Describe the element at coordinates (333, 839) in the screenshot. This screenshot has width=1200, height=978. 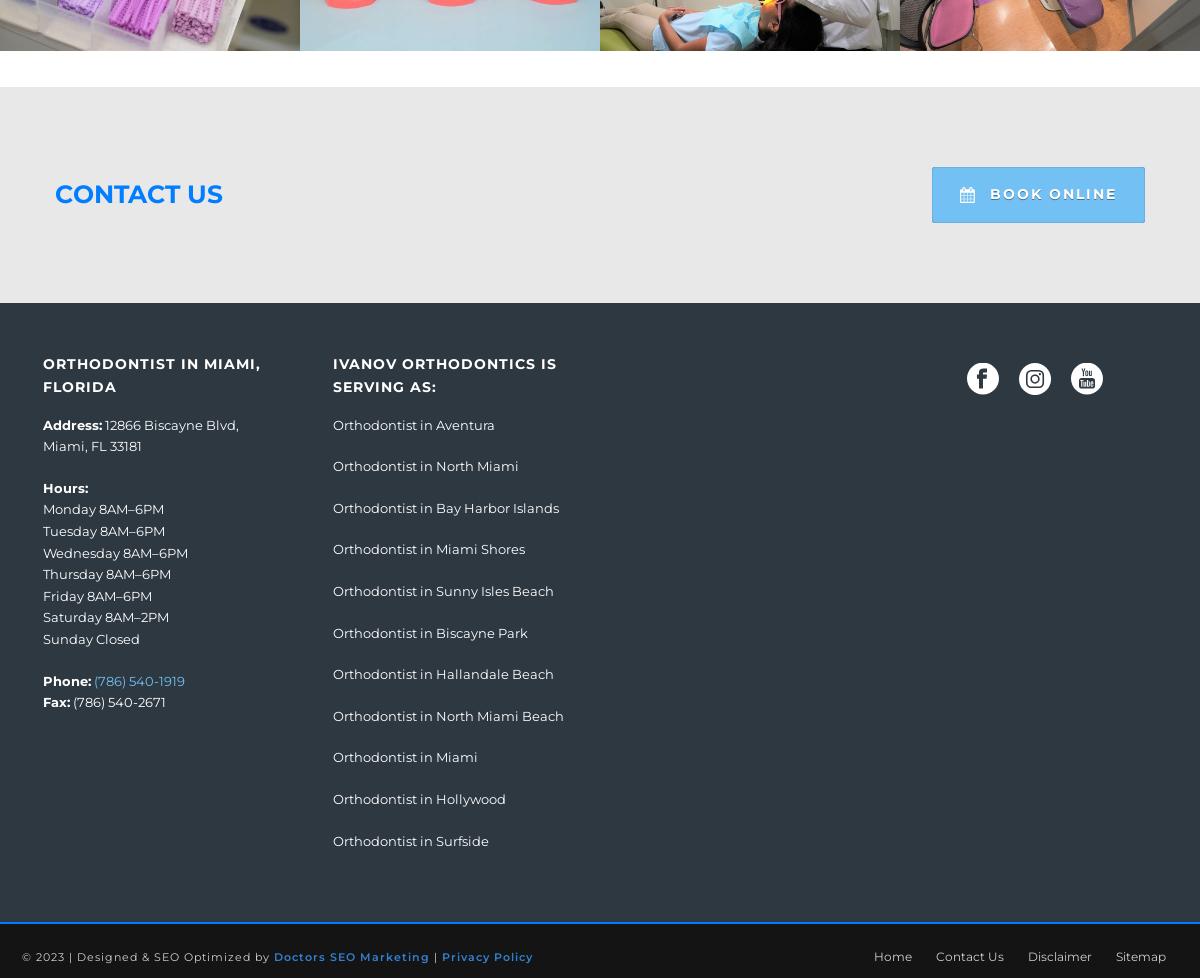
I see `'Orthodontist in Surfside'` at that location.